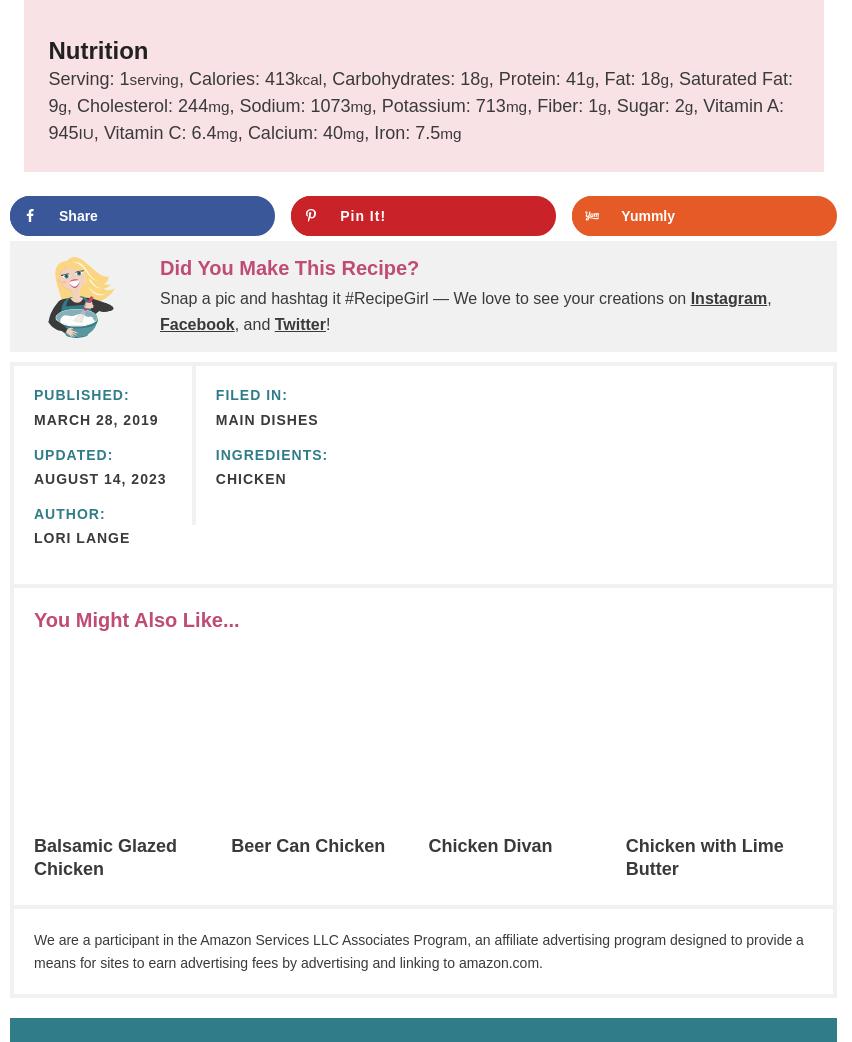  I want to click on 'Twitter', so click(298, 323).